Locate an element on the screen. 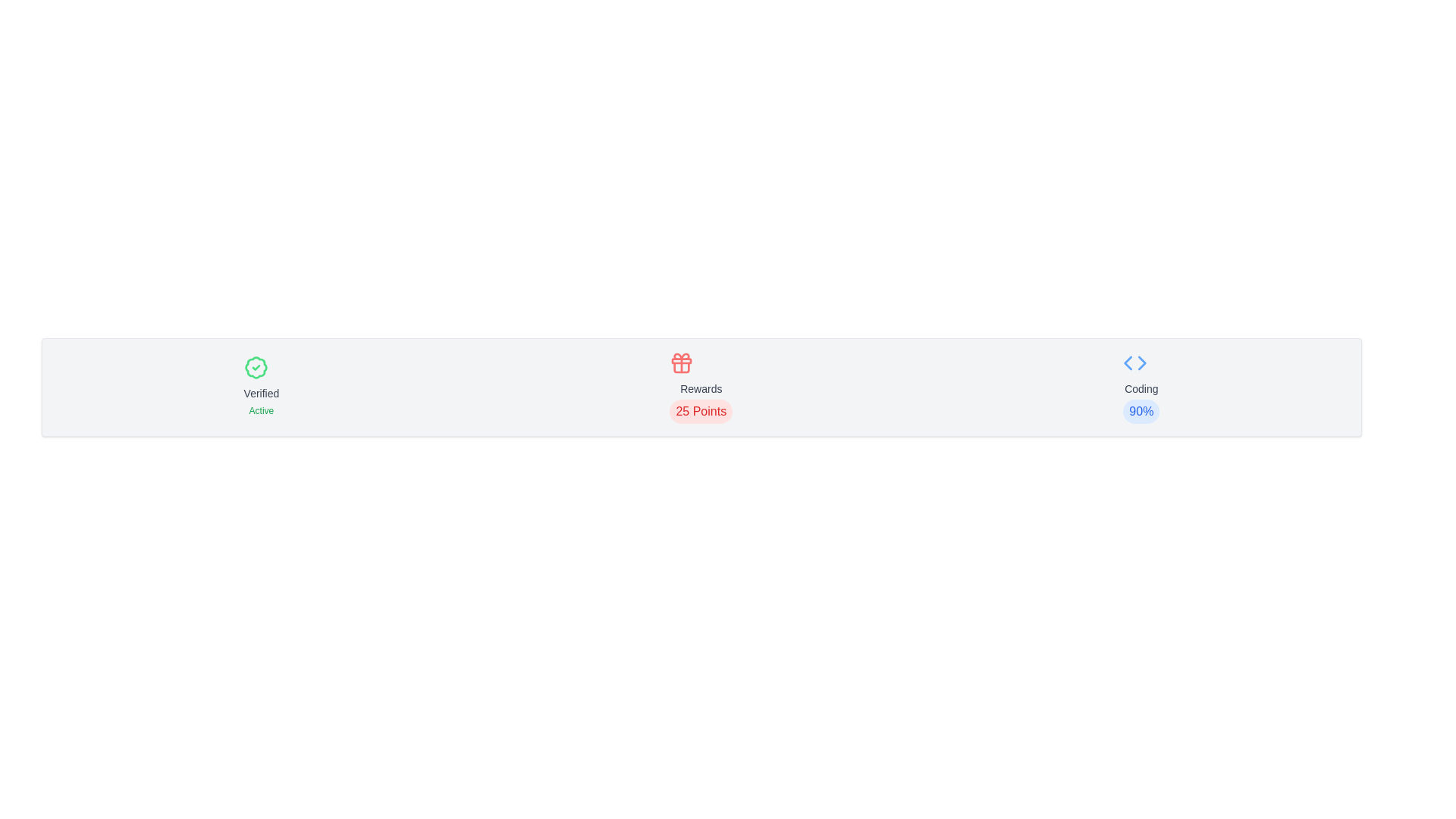 The image size is (1456, 819). the Information block displaying coding-related information to associate the coding percentage with other details is located at coordinates (1141, 386).